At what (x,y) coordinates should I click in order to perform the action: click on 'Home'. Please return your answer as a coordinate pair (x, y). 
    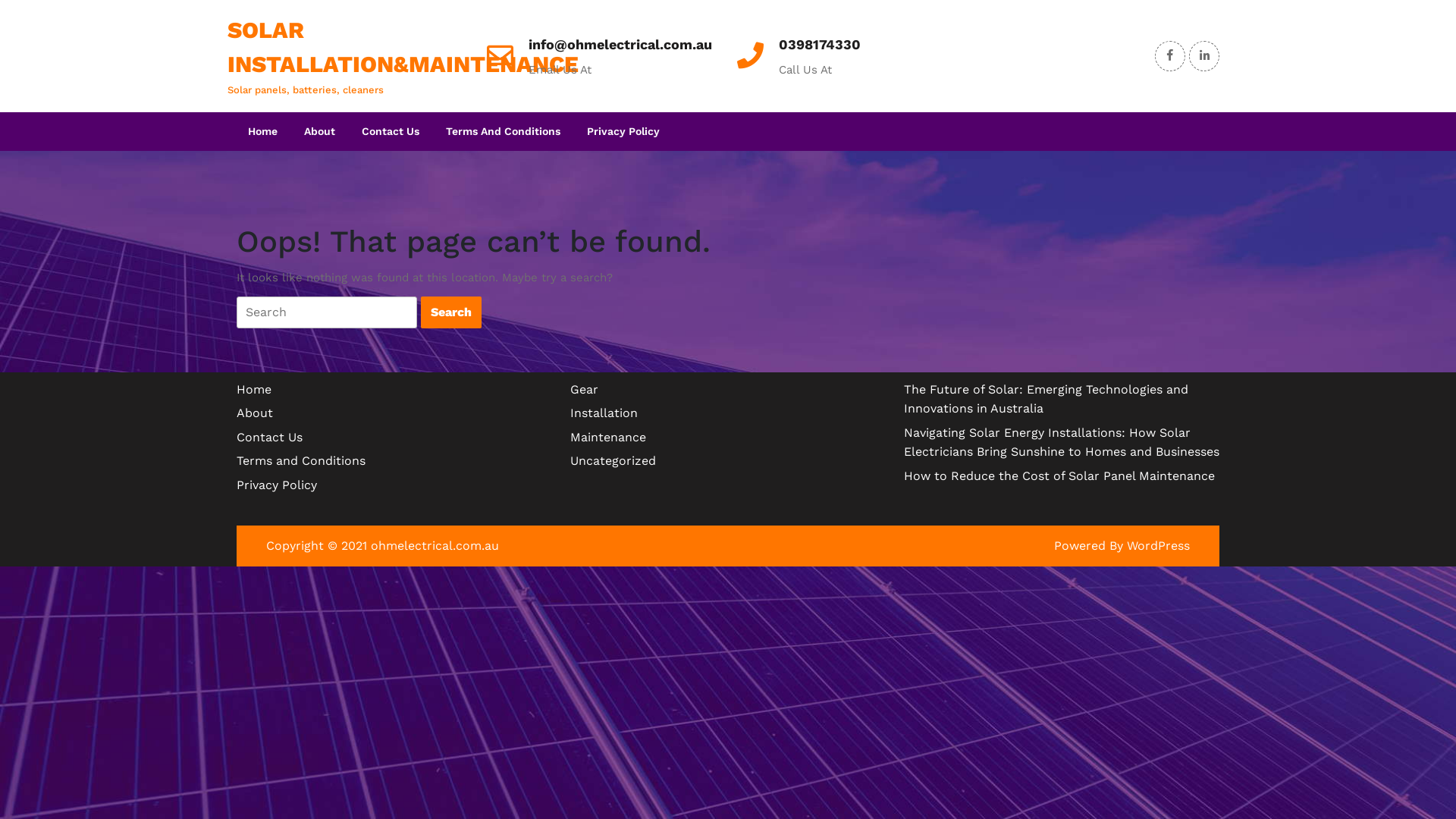
    Looking at the image, I should click on (236, 388).